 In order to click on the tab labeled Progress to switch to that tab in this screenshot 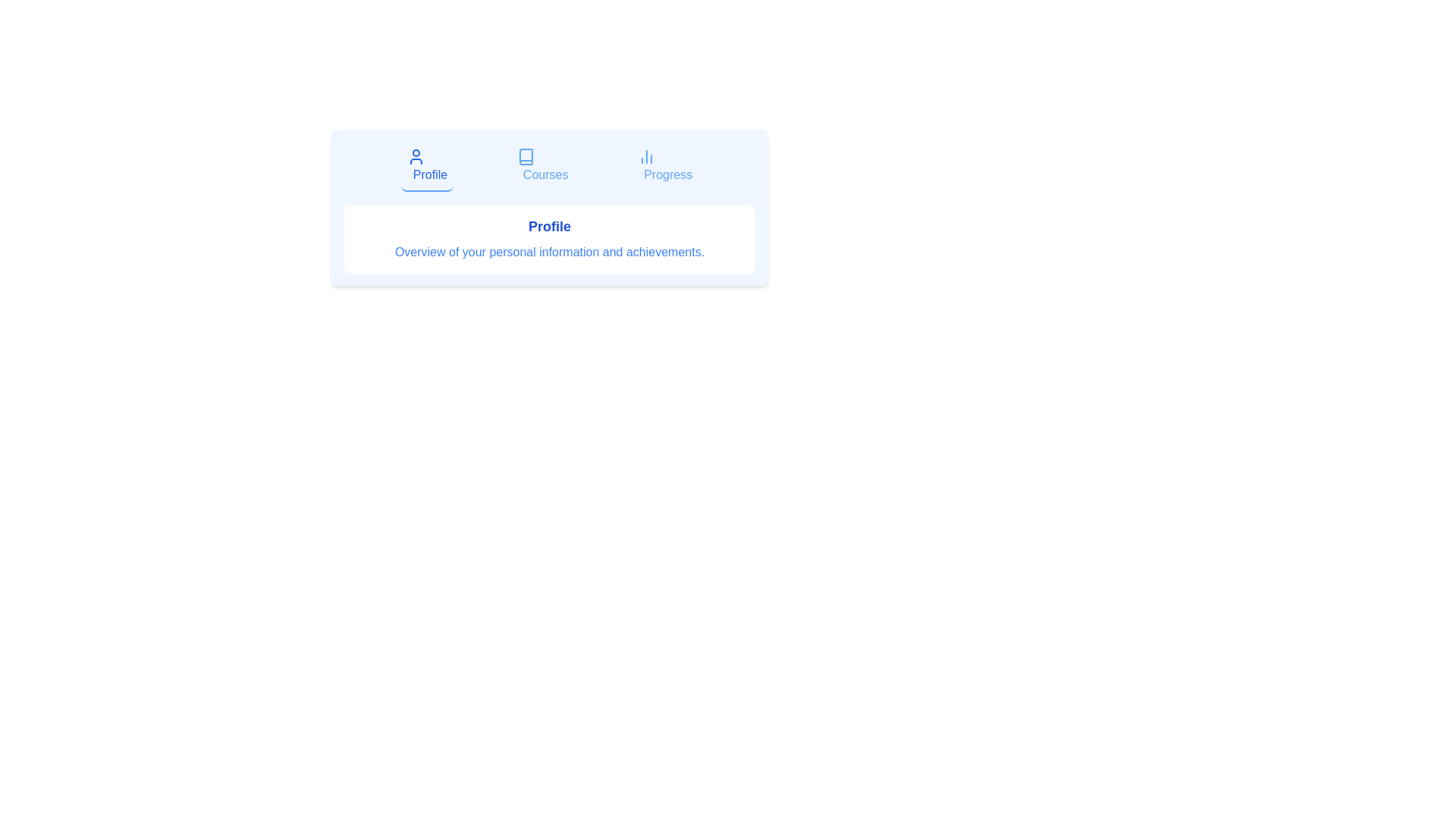, I will do `click(665, 166)`.